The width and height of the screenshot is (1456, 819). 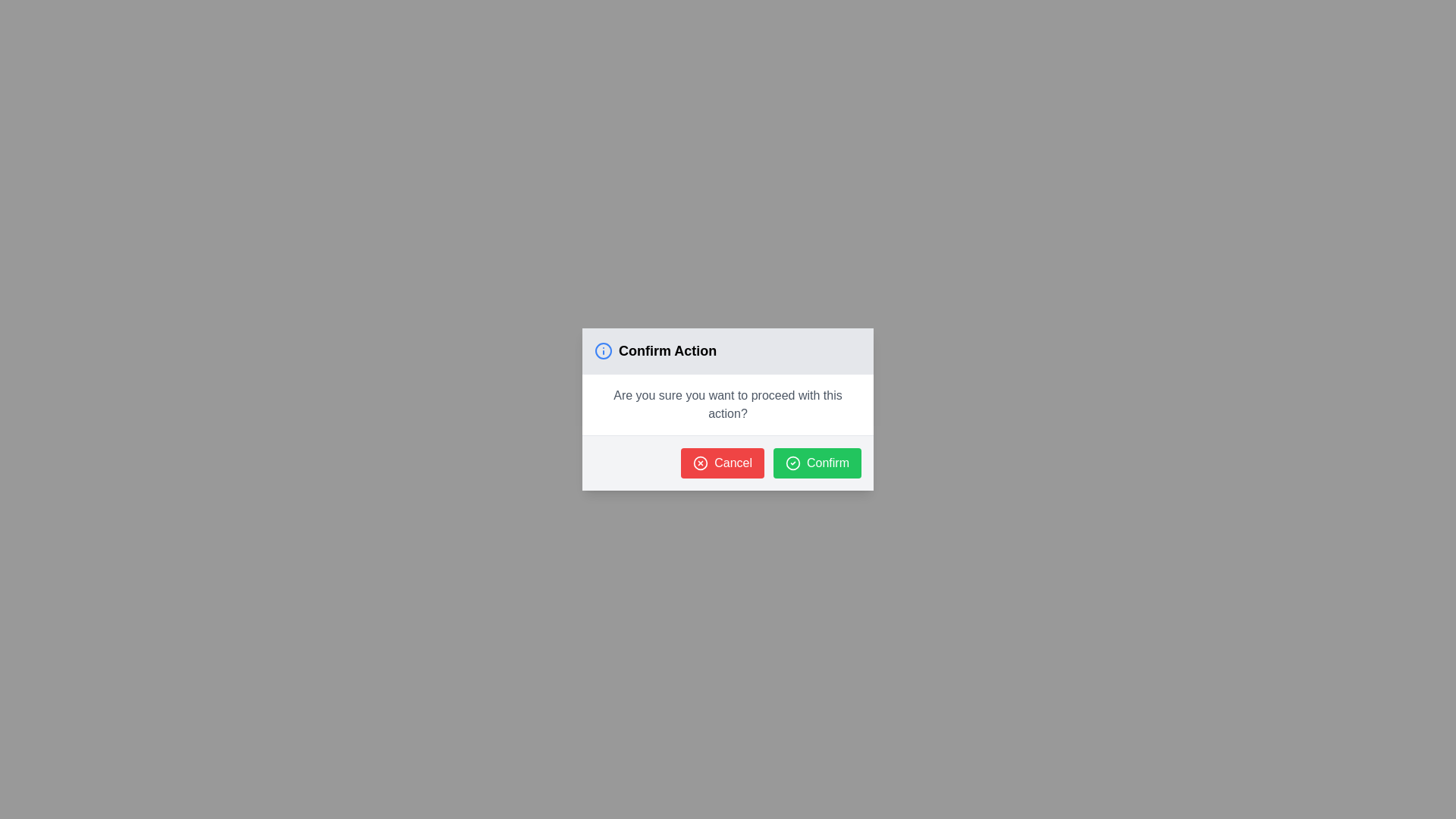 I want to click on the text label that reads 'Are you sure you want to proceed with this action?' in the confirmation dialog box, which is located below the title 'Confirm Action' and above the buttons 'Cancel' and 'Confirm', so click(x=728, y=403).